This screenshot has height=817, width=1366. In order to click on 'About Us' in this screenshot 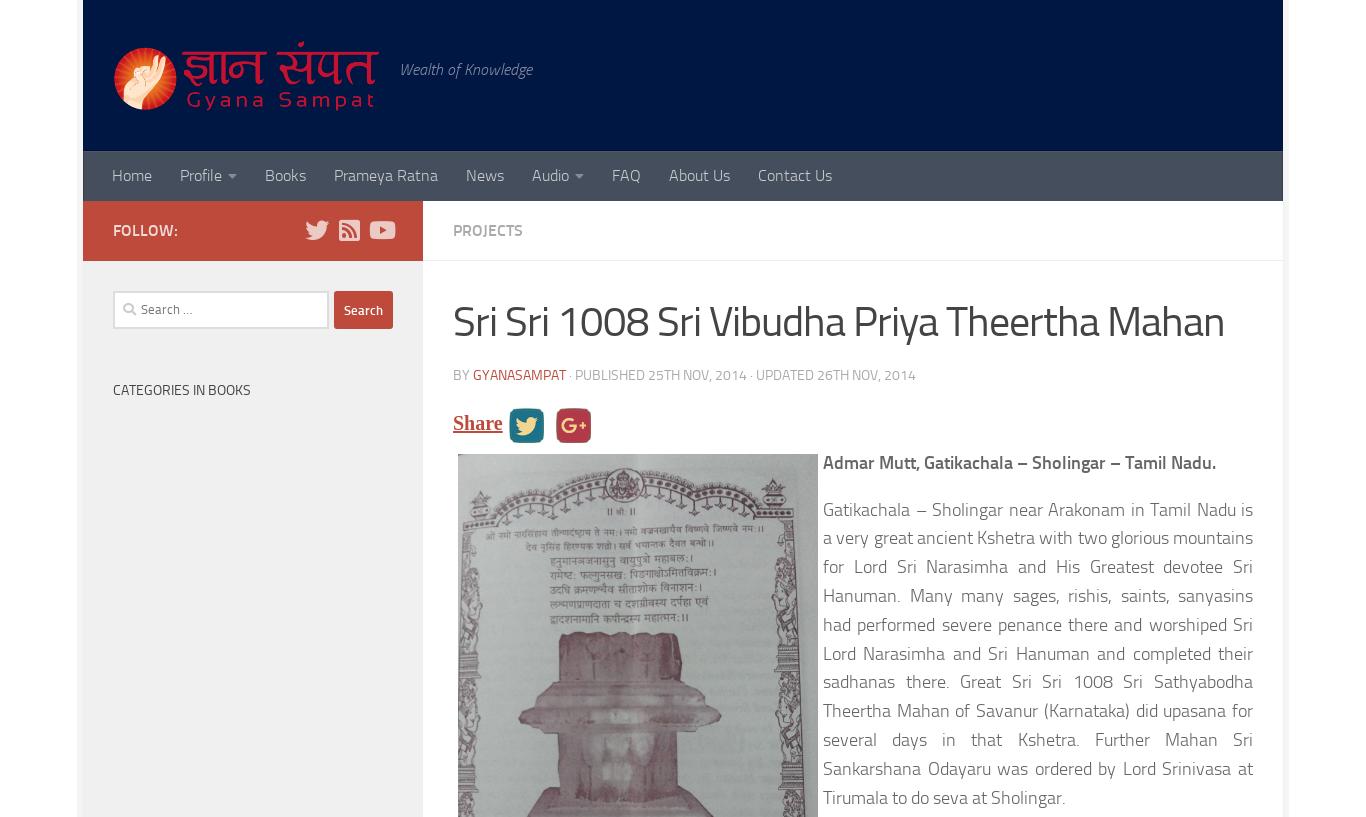, I will do `click(699, 174)`.